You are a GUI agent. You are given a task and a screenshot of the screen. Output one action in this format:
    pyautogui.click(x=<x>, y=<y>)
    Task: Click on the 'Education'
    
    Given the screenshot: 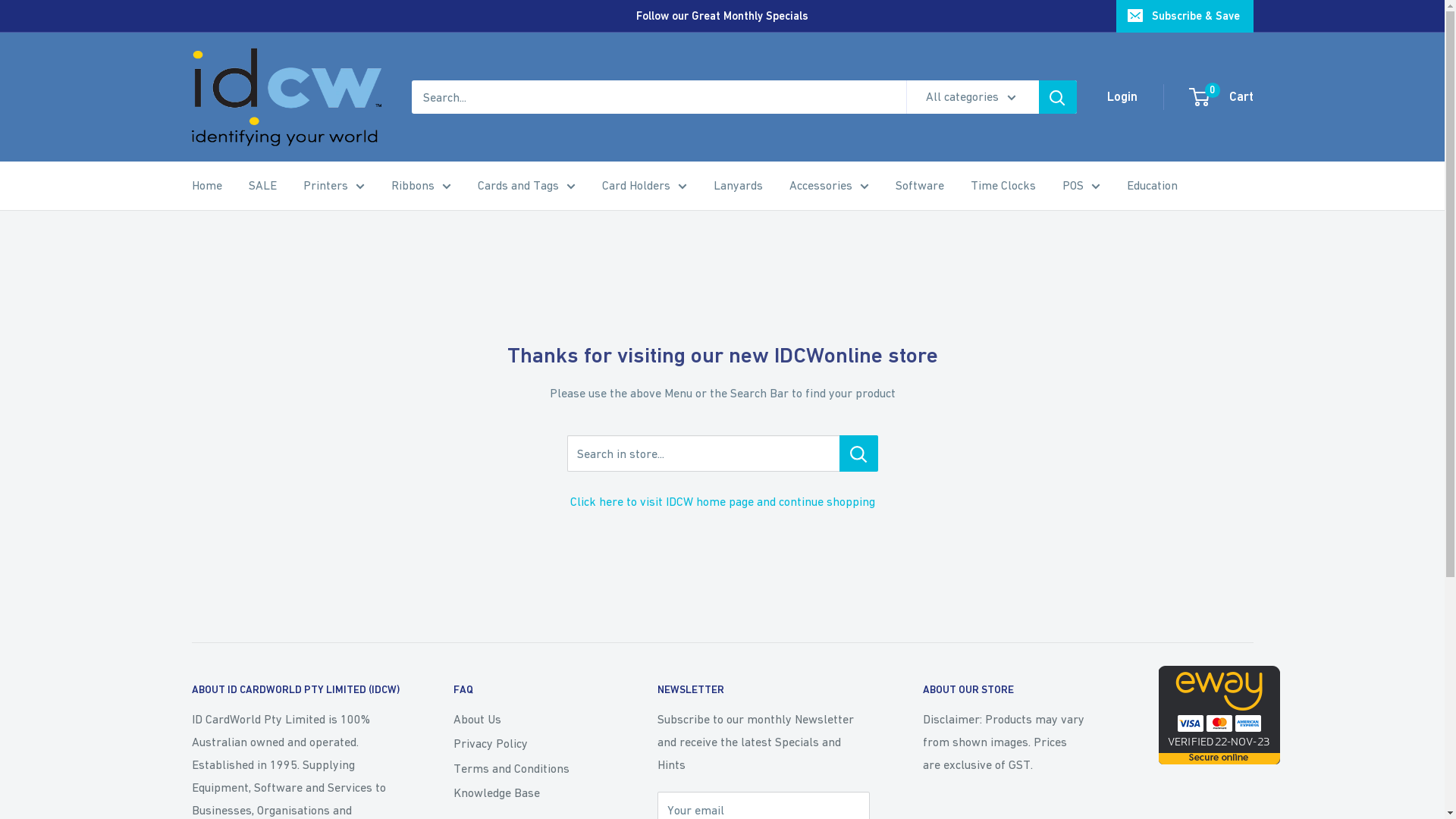 What is the action you would take?
    pyautogui.click(x=1127, y=185)
    